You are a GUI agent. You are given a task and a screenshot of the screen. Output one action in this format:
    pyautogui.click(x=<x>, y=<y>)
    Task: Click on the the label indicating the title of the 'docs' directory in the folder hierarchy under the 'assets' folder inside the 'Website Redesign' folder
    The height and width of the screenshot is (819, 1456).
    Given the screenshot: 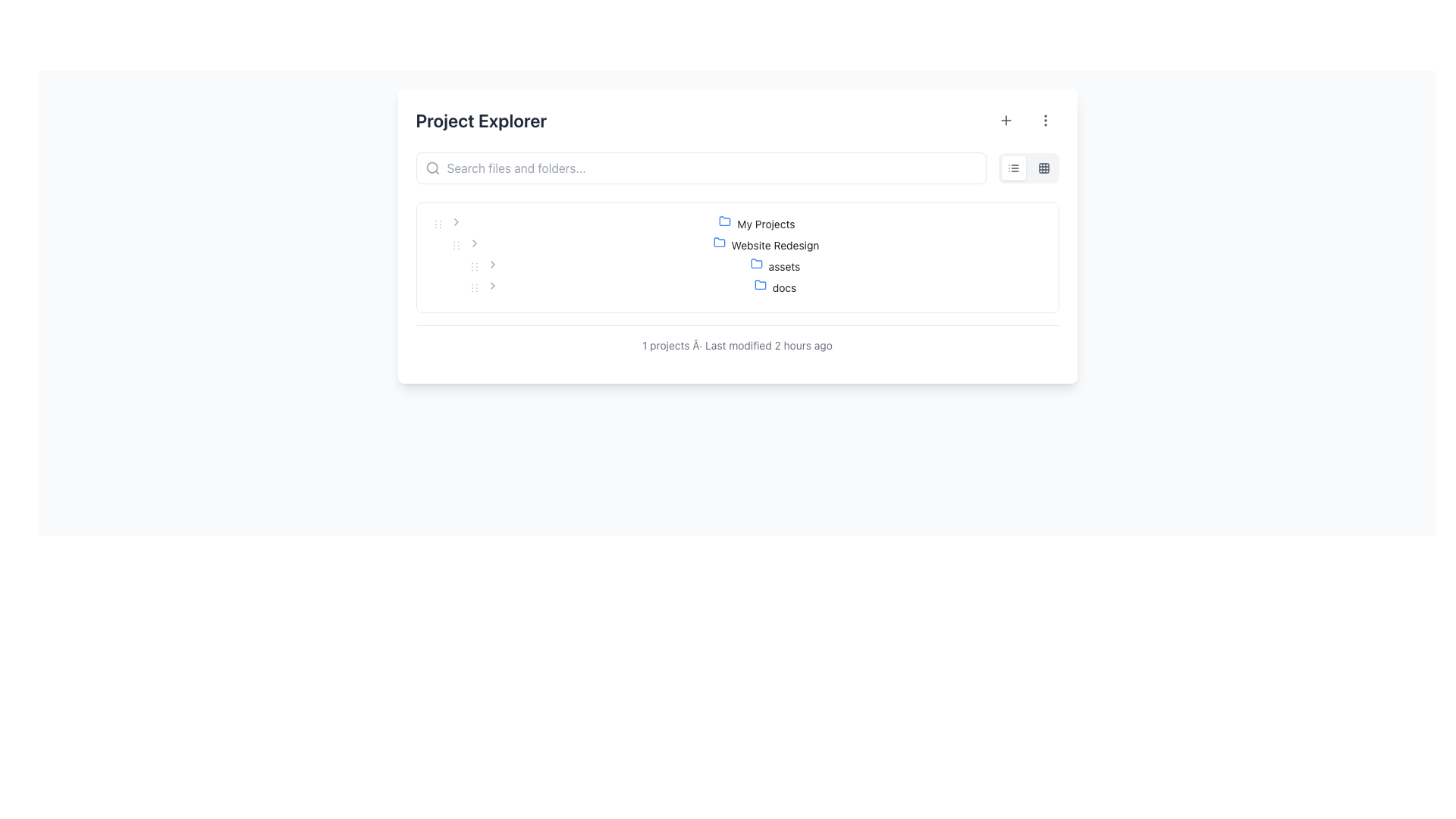 What is the action you would take?
    pyautogui.click(x=784, y=287)
    